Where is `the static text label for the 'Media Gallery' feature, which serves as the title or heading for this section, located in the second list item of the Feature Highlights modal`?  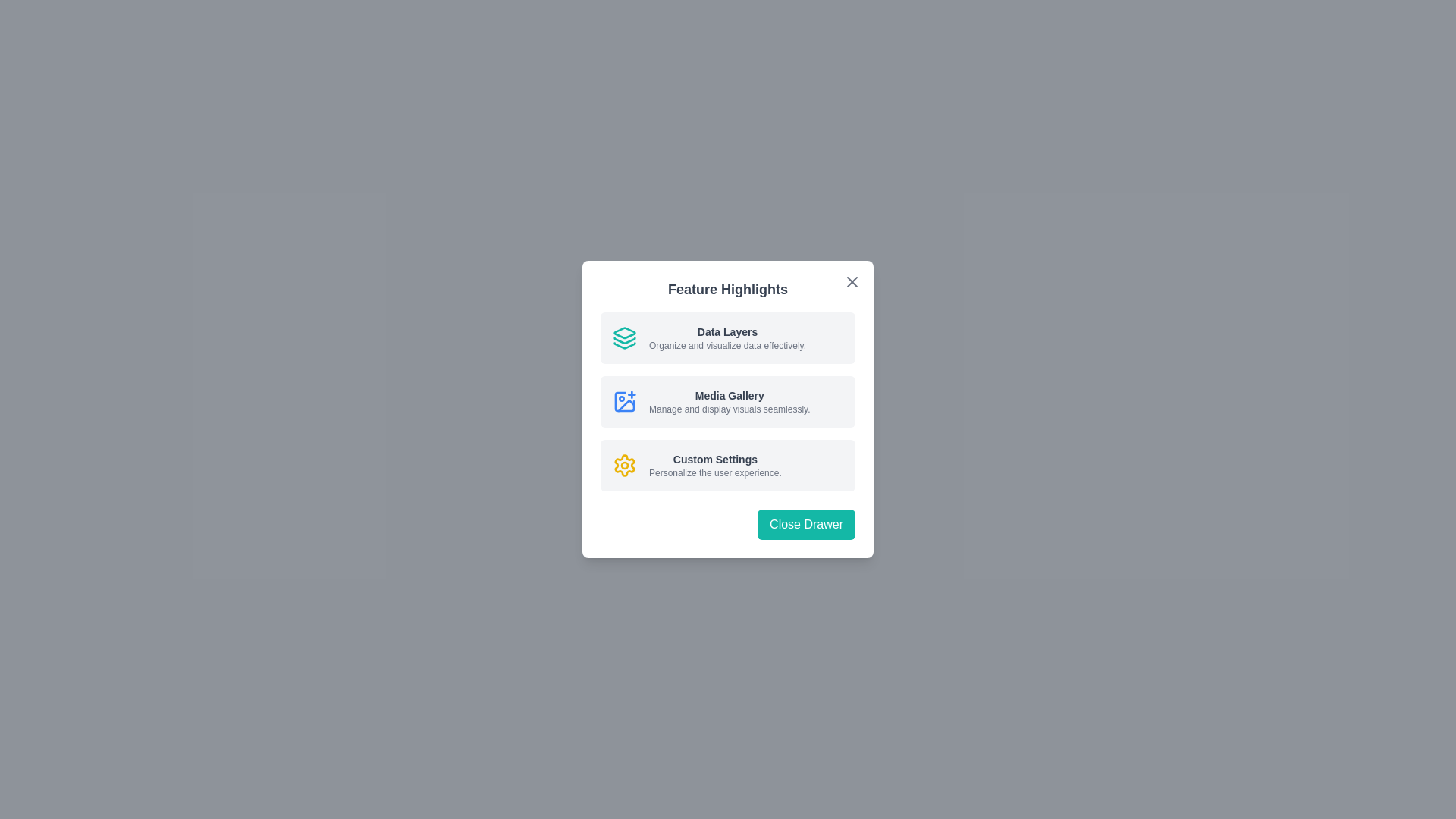
the static text label for the 'Media Gallery' feature, which serves as the title or heading for this section, located in the second list item of the Feature Highlights modal is located at coordinates (730, 394).